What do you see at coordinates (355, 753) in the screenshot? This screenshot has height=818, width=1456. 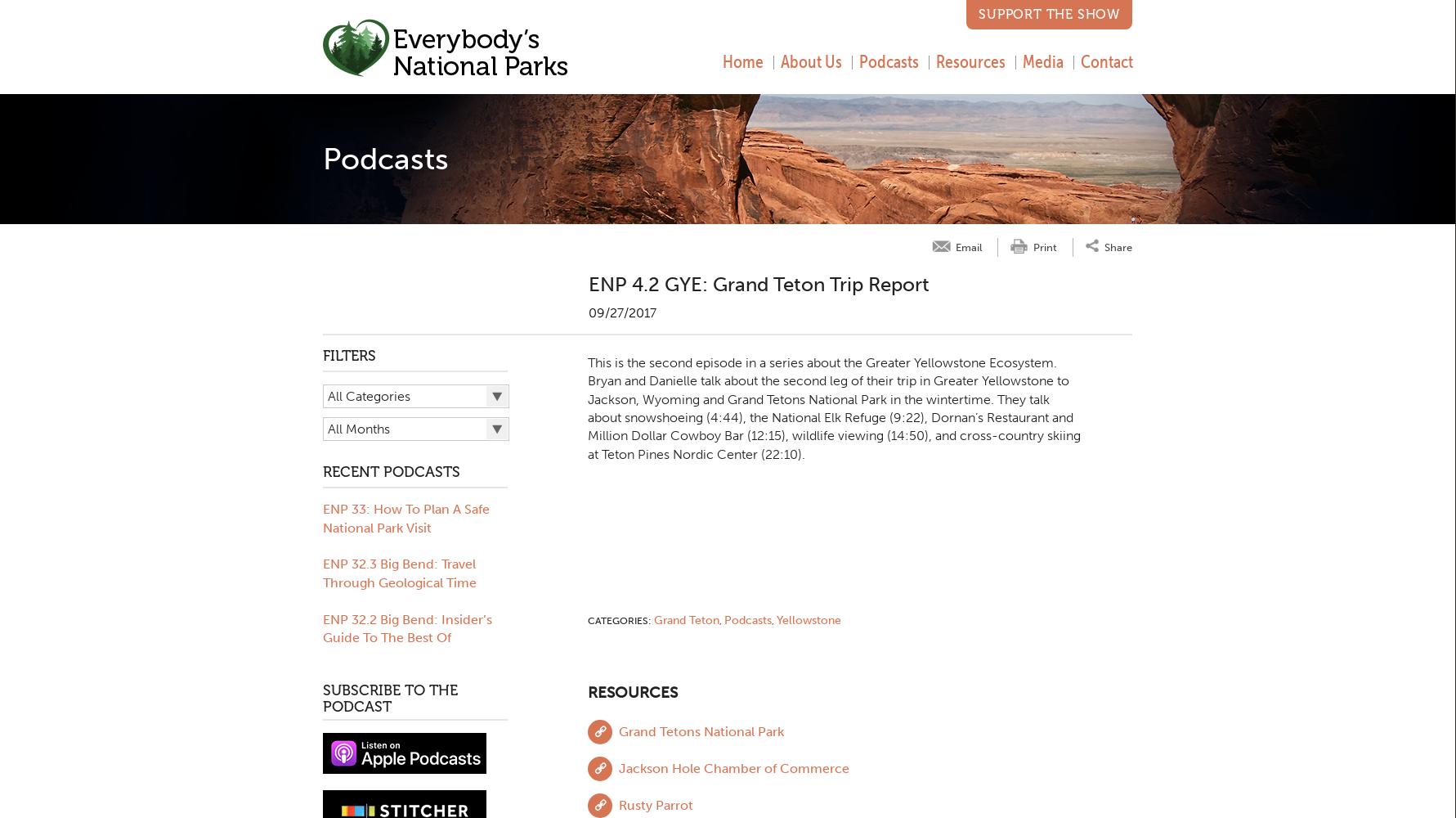 I see `'Rock Creek'` at bounding box center [355, 753].